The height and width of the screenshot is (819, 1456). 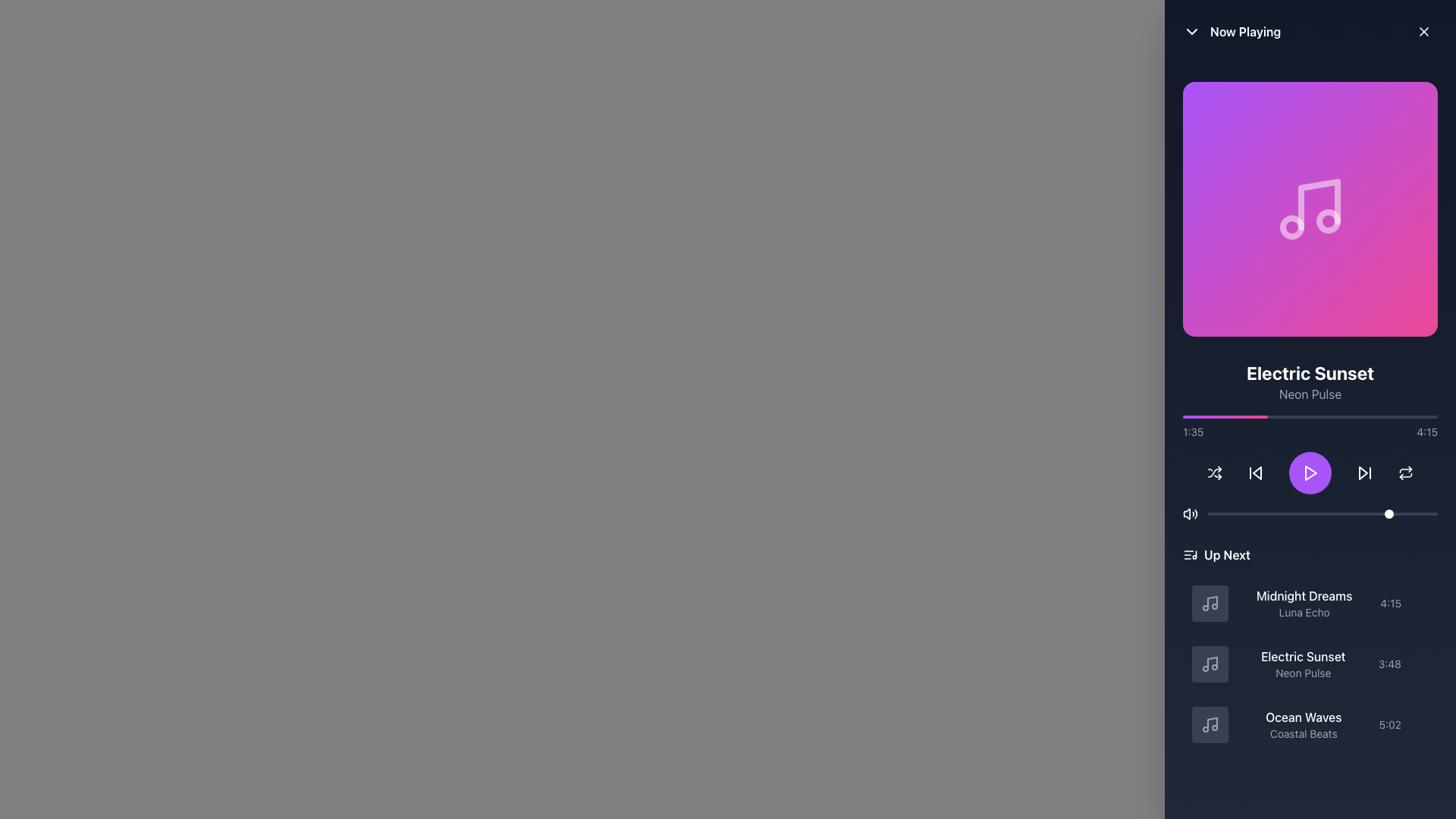 What do you see at coordinates (1225, 417) in the screenshot?
I see `the Progress indicator segment, which is a horizontal bar with a gradient background transitioning from purple to pink, located near the top of the 'Now Playing' interface` at bounding box center [1225, 417].